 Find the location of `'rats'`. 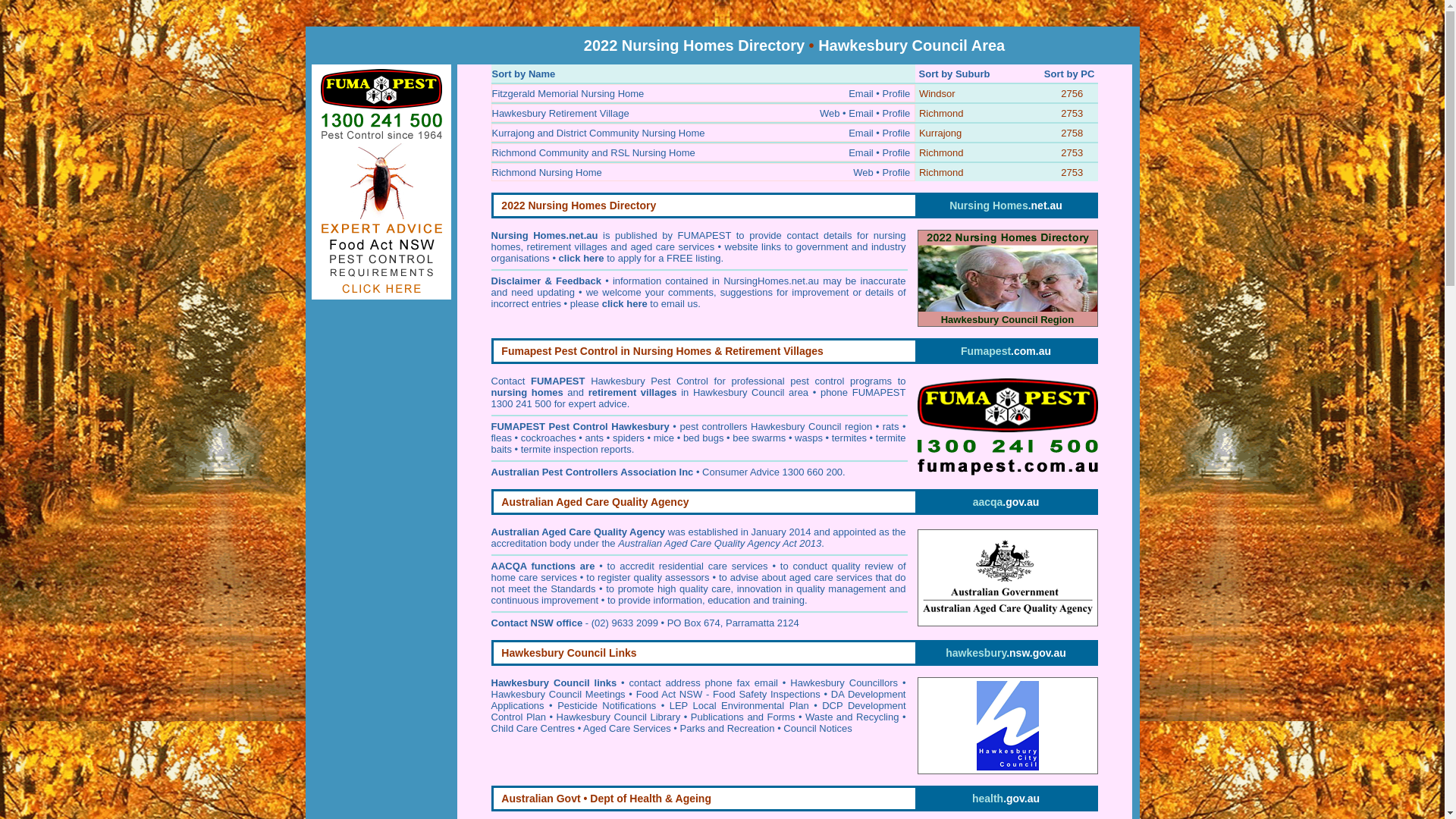

'rats' is located at coordinates (891, 426).